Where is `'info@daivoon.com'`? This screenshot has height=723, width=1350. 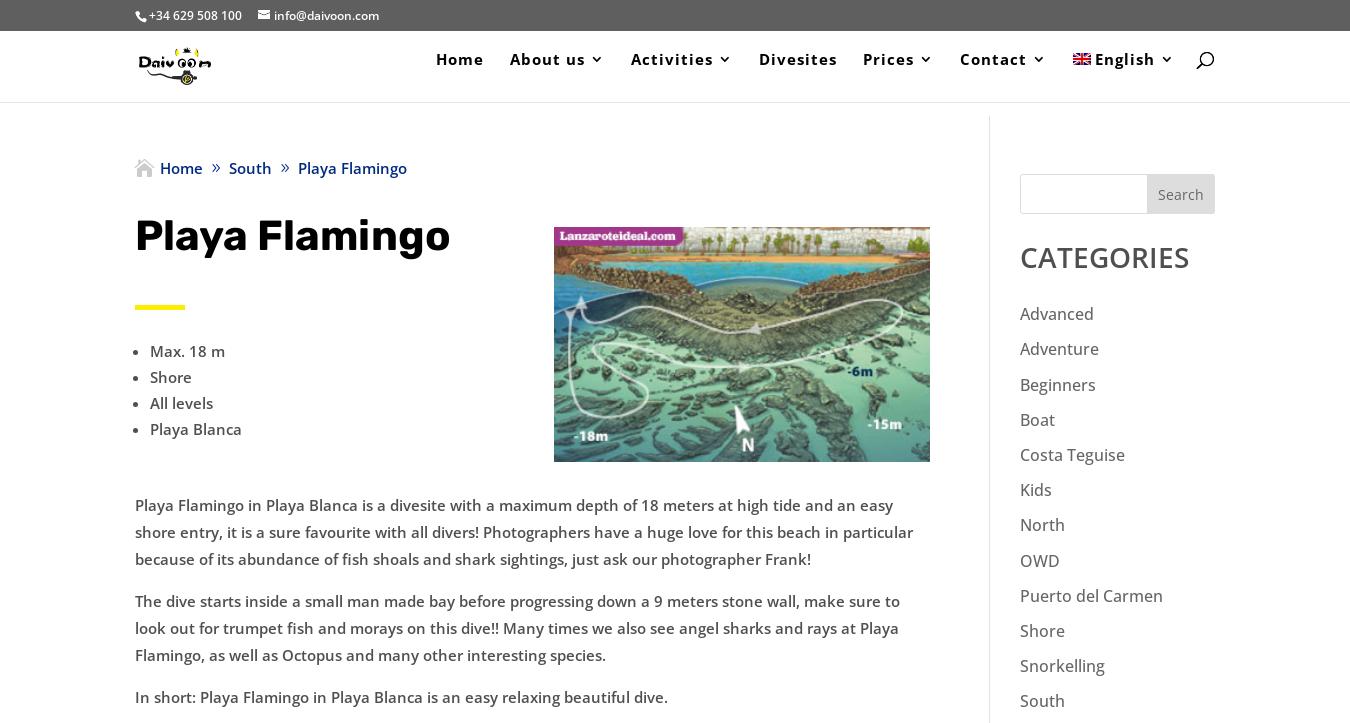
'info@daivoon.com' is located at coordinates (325, 15).